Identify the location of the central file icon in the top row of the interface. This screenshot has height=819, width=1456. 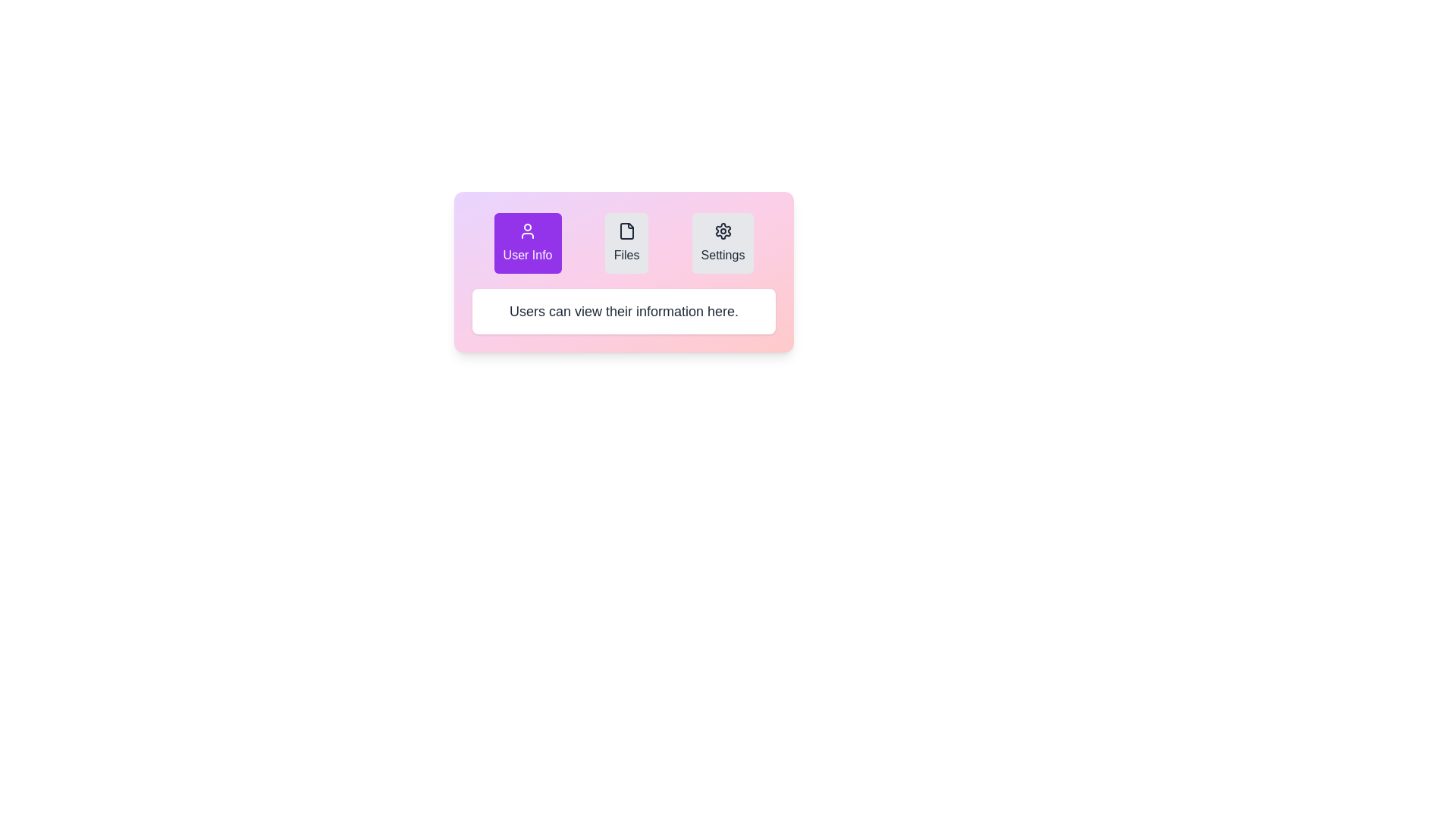
(626, 231).